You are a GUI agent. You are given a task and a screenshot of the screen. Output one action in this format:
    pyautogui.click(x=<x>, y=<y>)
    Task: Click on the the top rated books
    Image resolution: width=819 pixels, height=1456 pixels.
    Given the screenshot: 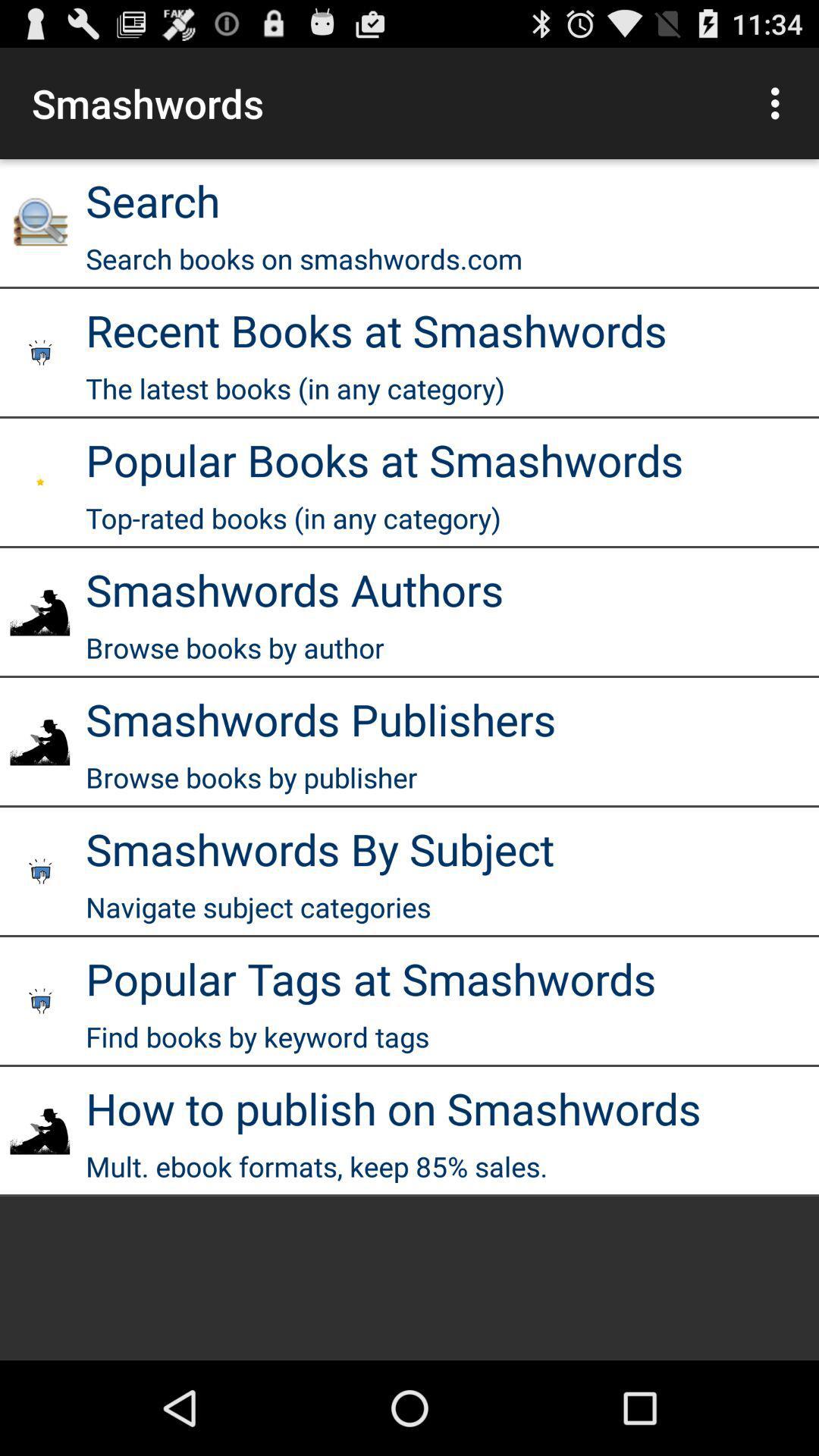 What is the action you would take?
    pyautogui.click(x=293, y=518)
    